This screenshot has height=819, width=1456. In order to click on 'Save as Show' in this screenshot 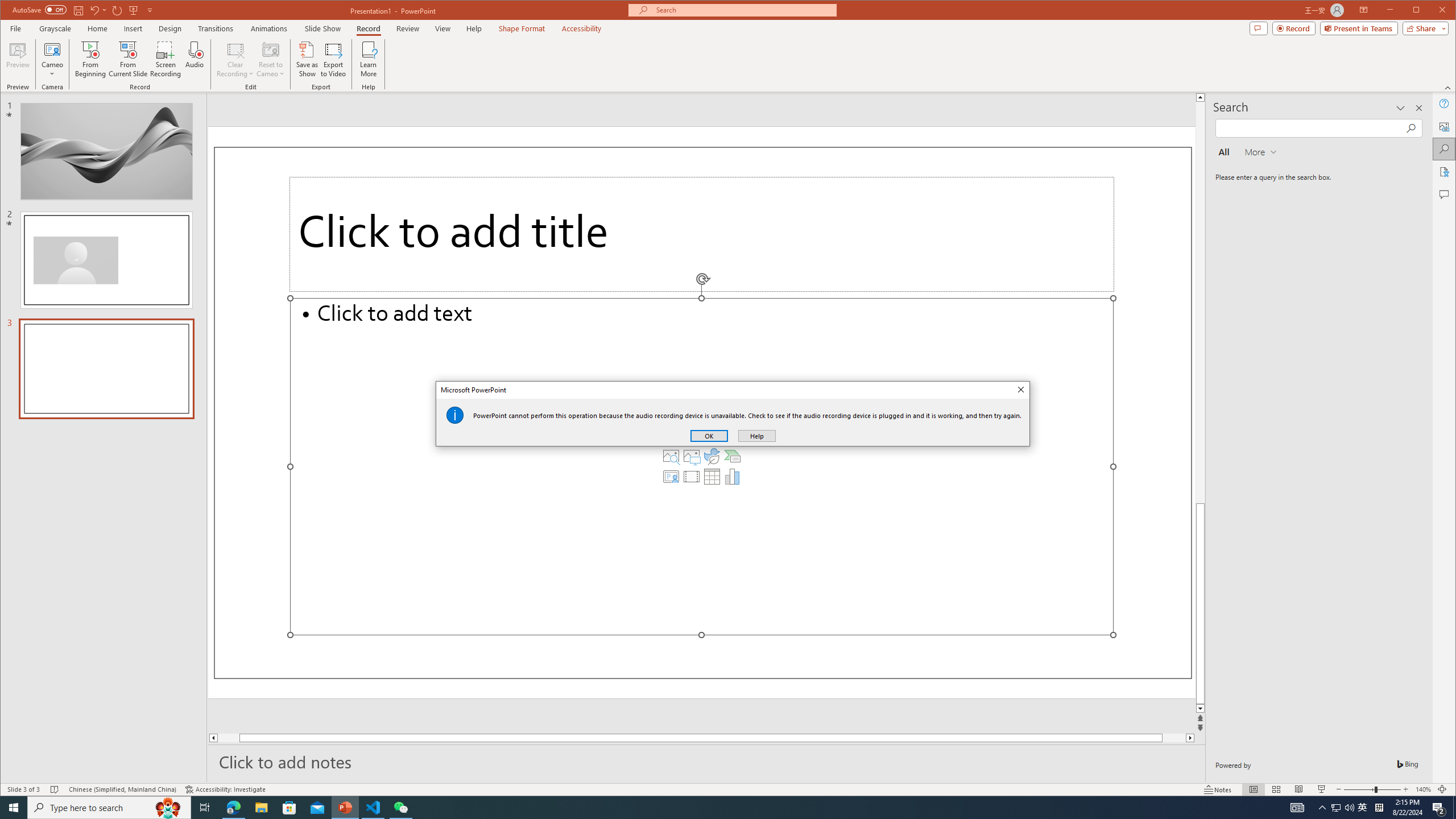, I will do `click(308, 59)`.